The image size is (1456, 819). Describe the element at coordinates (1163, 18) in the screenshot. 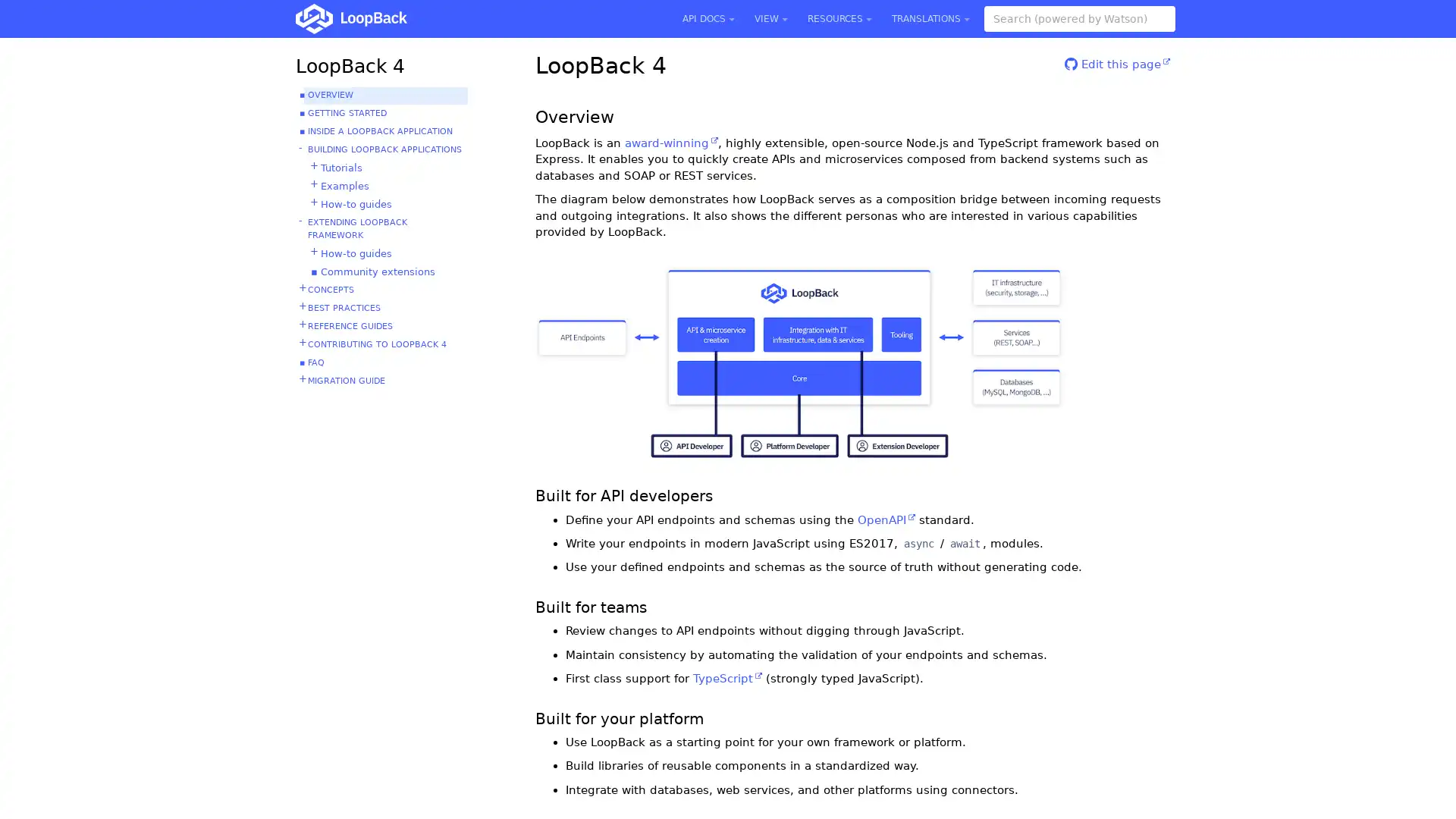

I see `search` at that location.